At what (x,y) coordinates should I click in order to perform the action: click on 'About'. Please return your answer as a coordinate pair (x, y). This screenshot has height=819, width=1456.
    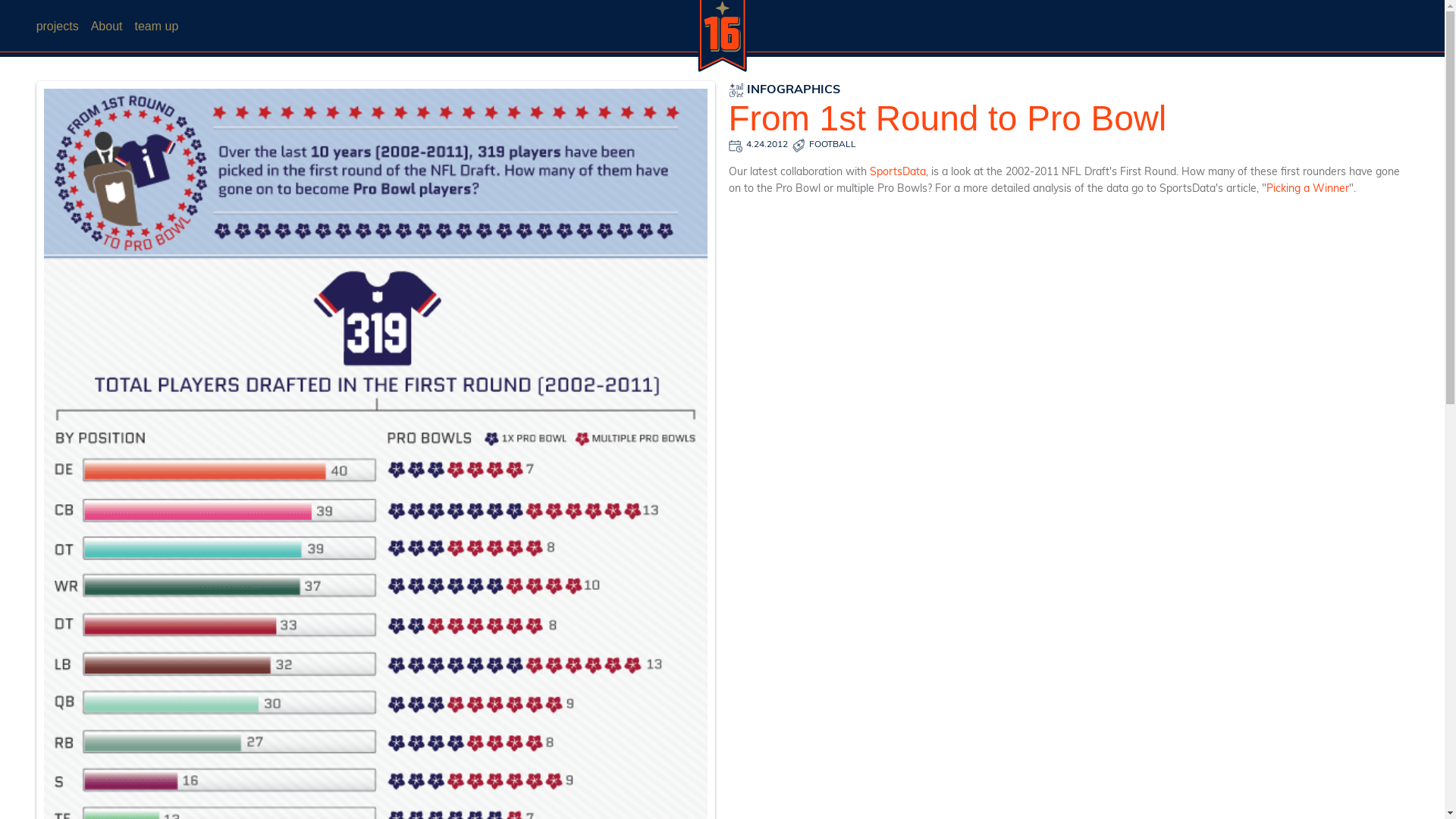
    Looking at the image, I should click on (111, 26).